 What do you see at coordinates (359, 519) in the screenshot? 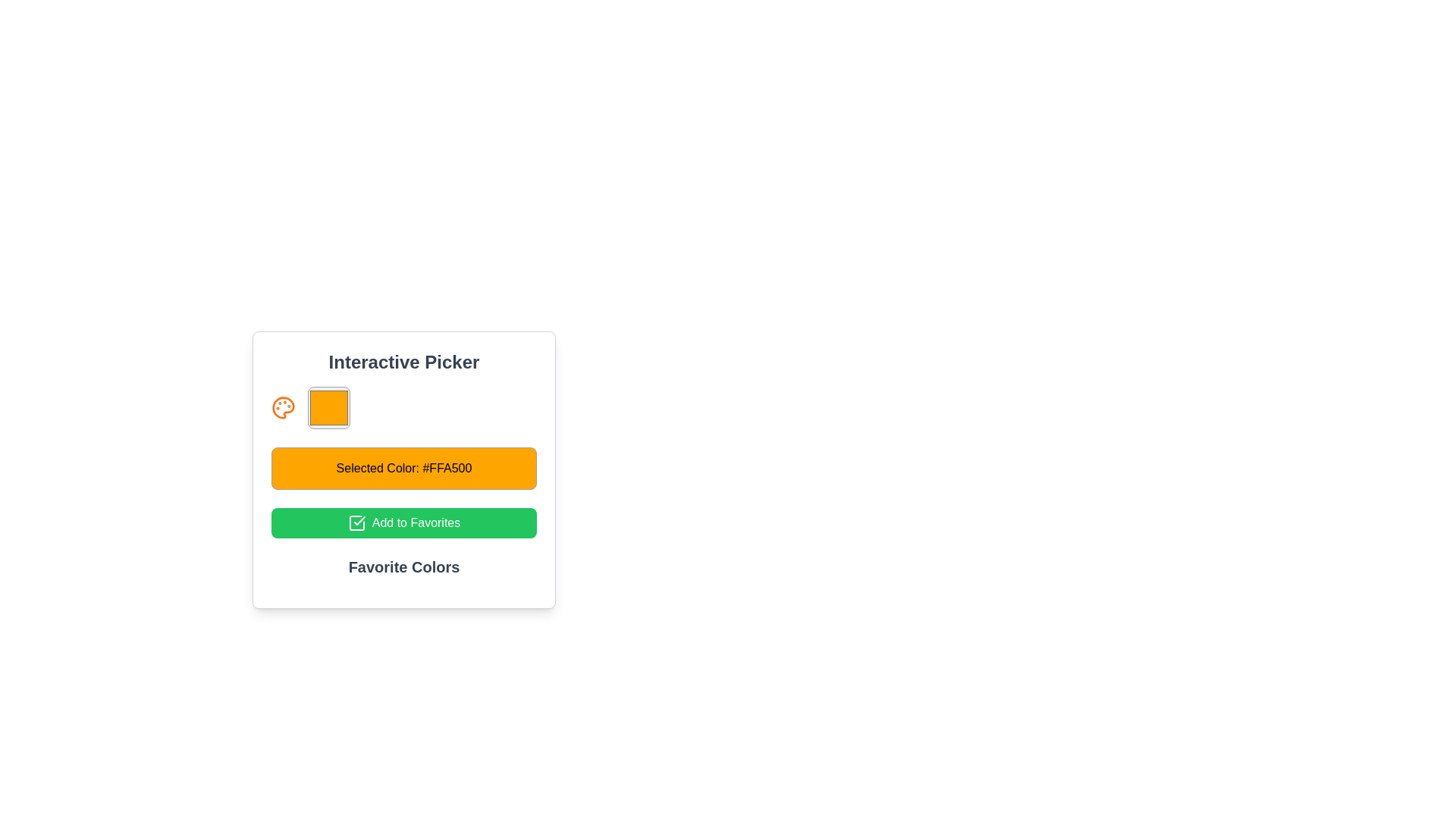
I see `the SVG checkmark icon within the green 'Add to Favorites' button` at bounding box center [359, 519].